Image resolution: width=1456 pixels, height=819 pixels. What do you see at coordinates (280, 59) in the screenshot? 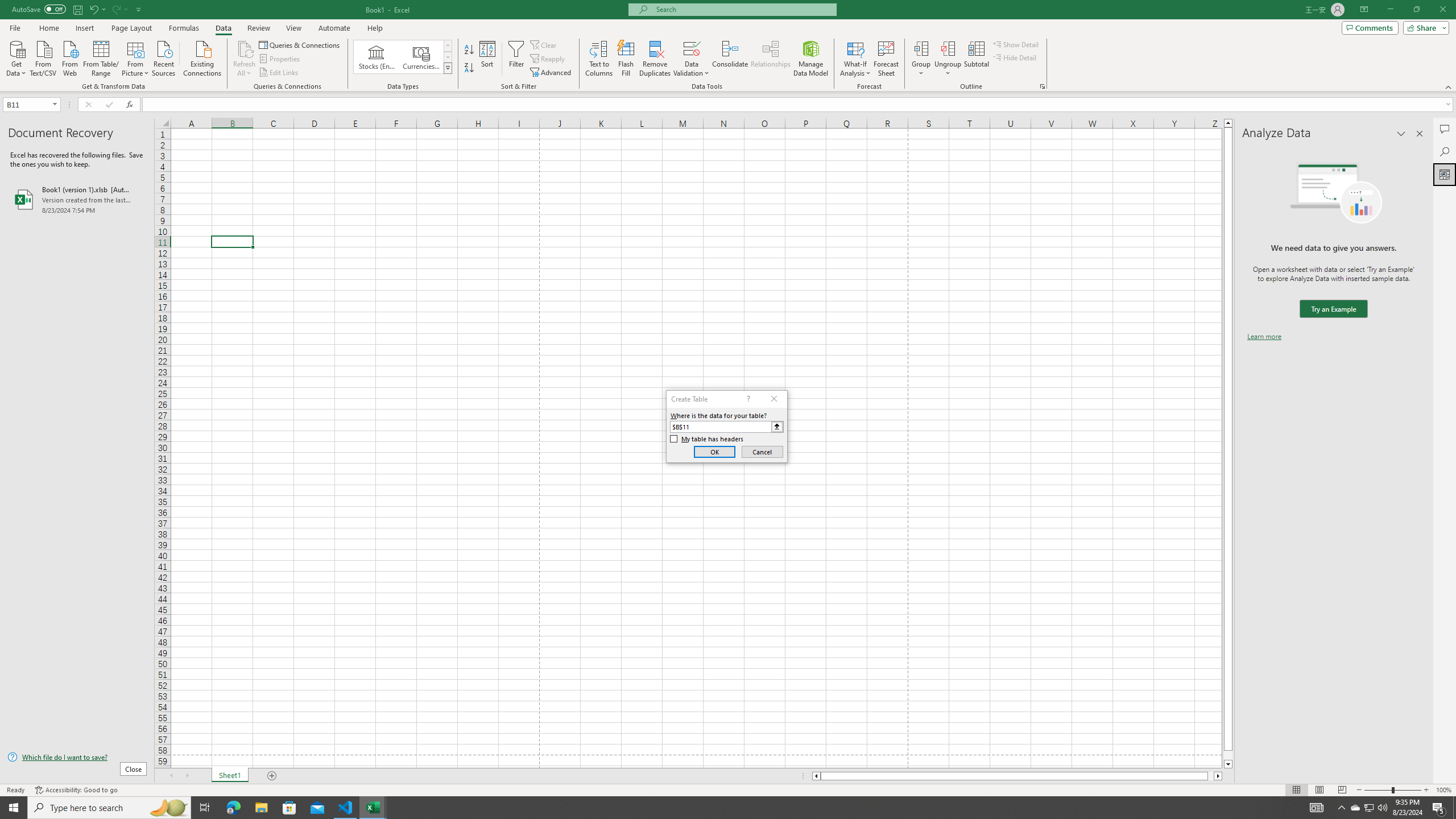
I see `'Properties'` at bounding box center [280, 59].